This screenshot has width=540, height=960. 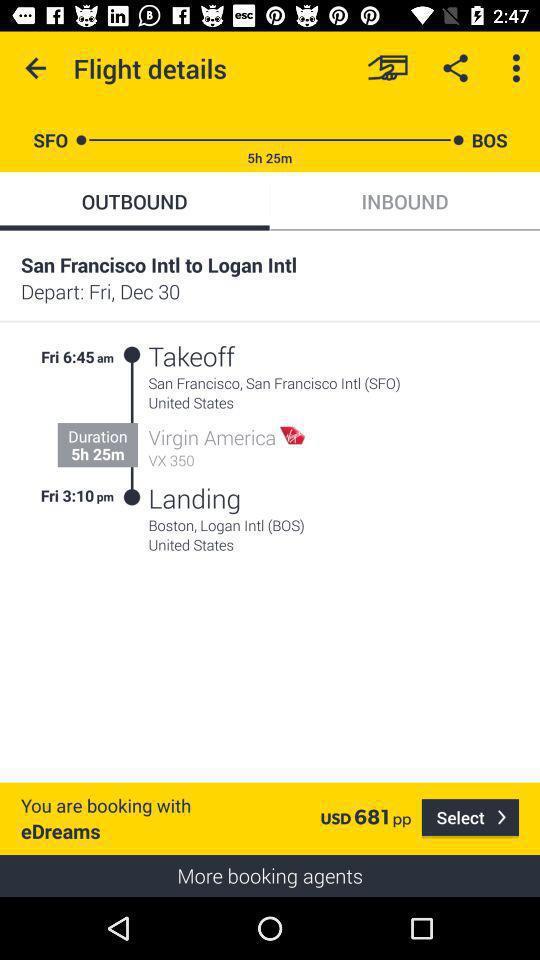 What do you see at coordinates (106, 354) in the screenshot?
I see `am` at bounding box center [106, 354].